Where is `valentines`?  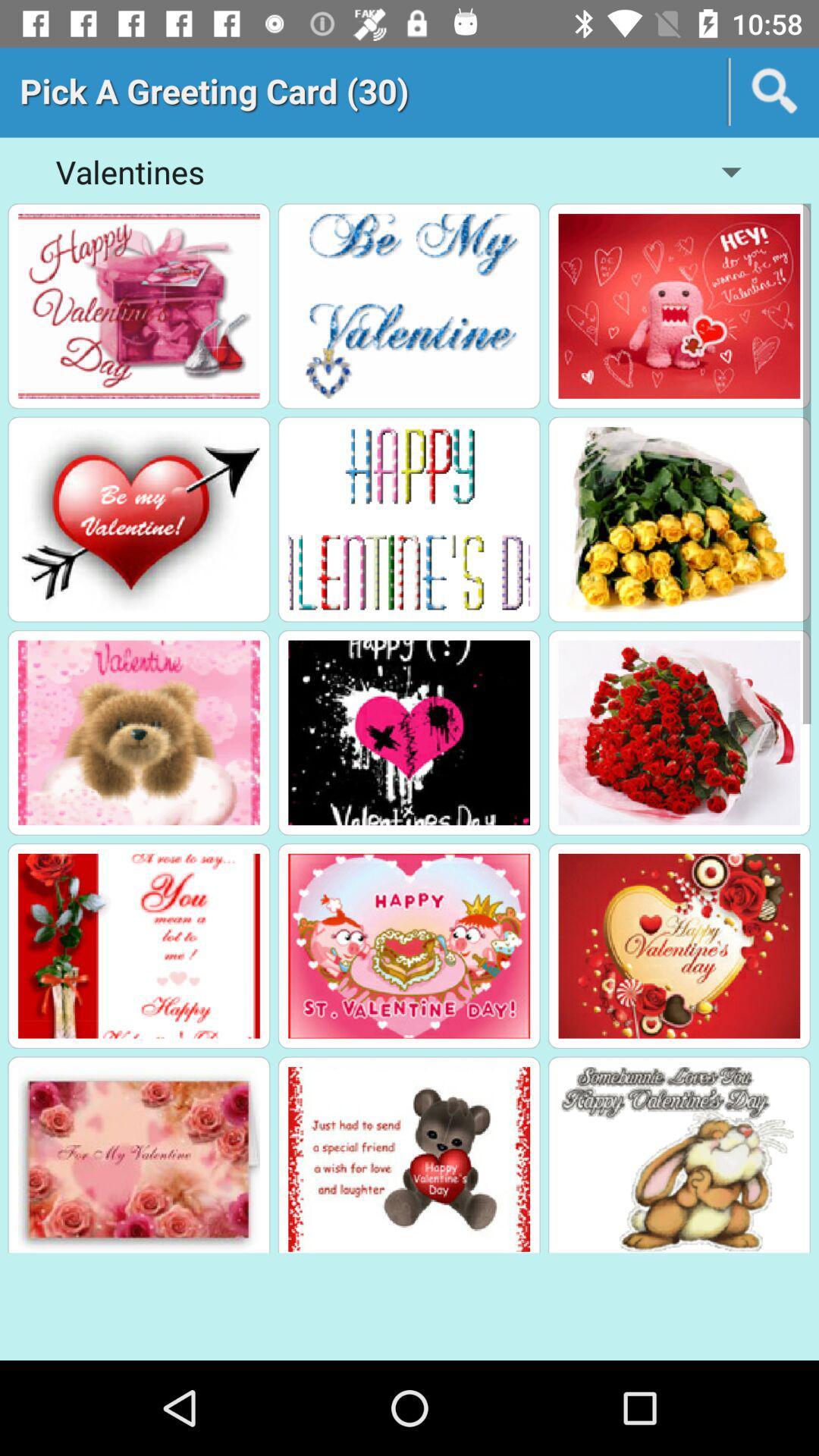
valentines is located at coordinates (678, 519).